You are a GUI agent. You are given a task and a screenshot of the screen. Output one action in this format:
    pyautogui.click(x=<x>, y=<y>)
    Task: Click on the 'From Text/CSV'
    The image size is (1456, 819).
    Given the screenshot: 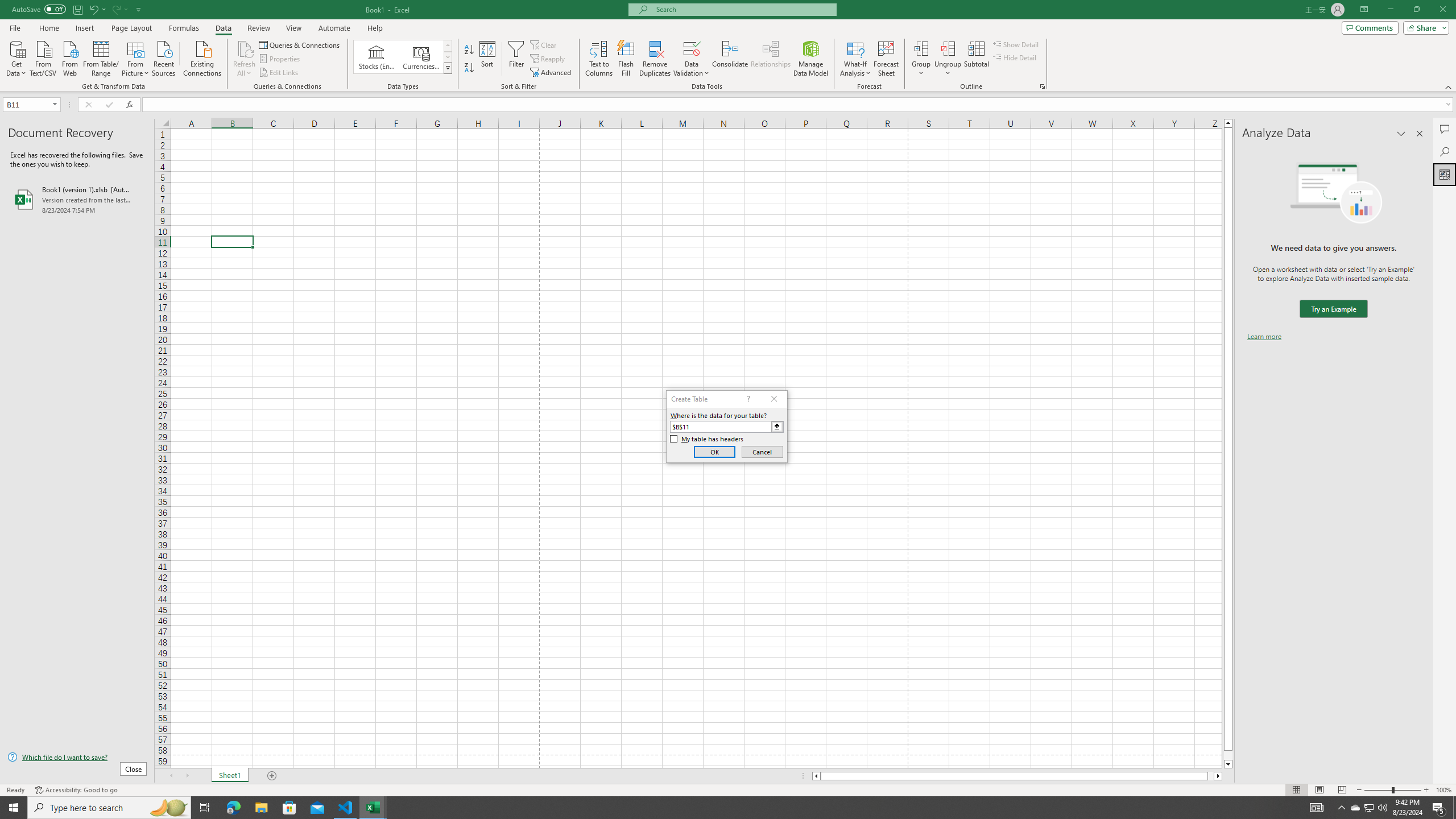 What is the action you would take?
    pyautogui.click(x=43, y=57)
    